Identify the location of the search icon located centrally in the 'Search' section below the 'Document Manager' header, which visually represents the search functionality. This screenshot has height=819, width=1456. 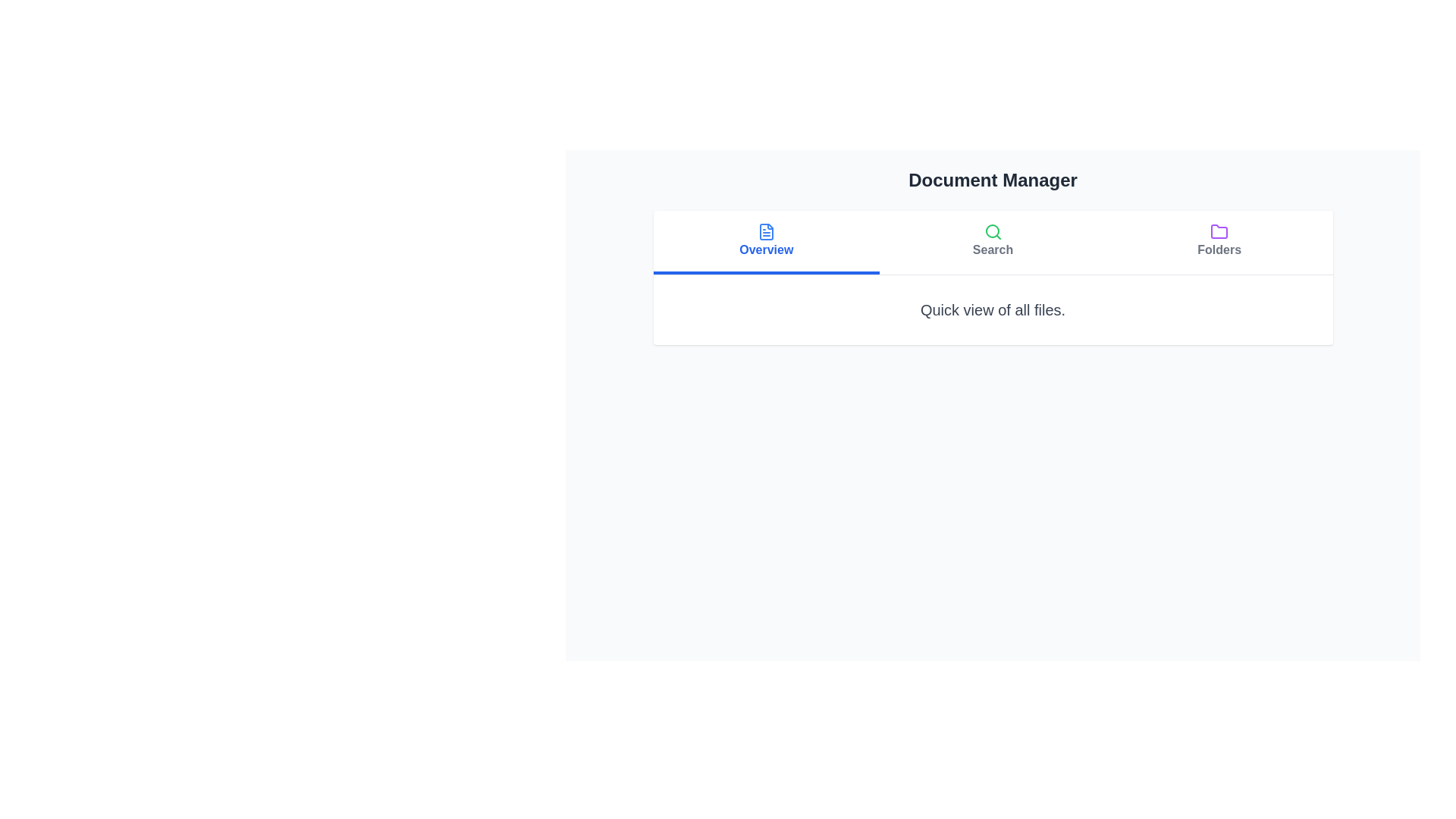
(993, 231).